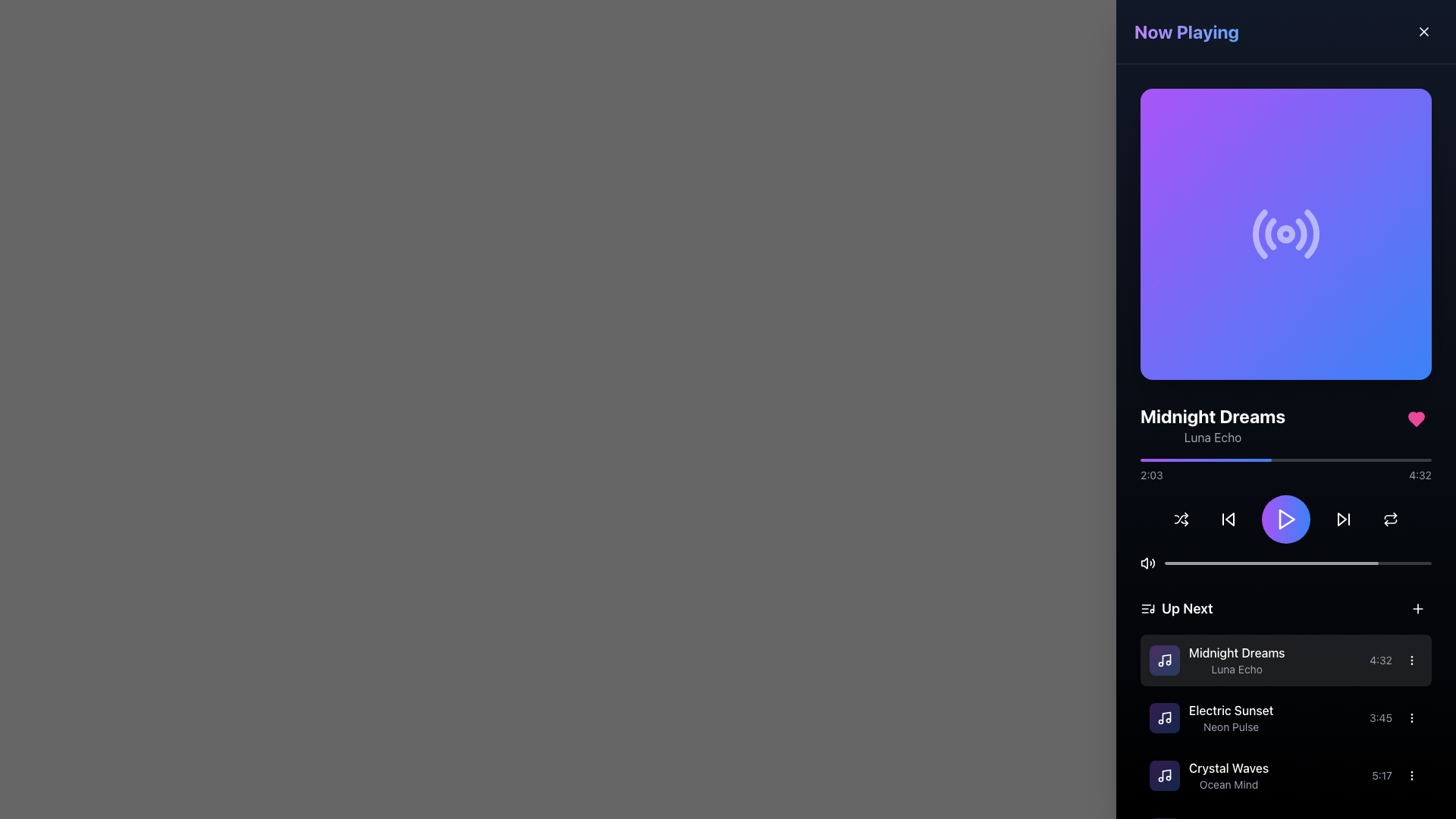 This screenshot has width=1456, height=819. I want to click on playback position, so click(1313, 563).